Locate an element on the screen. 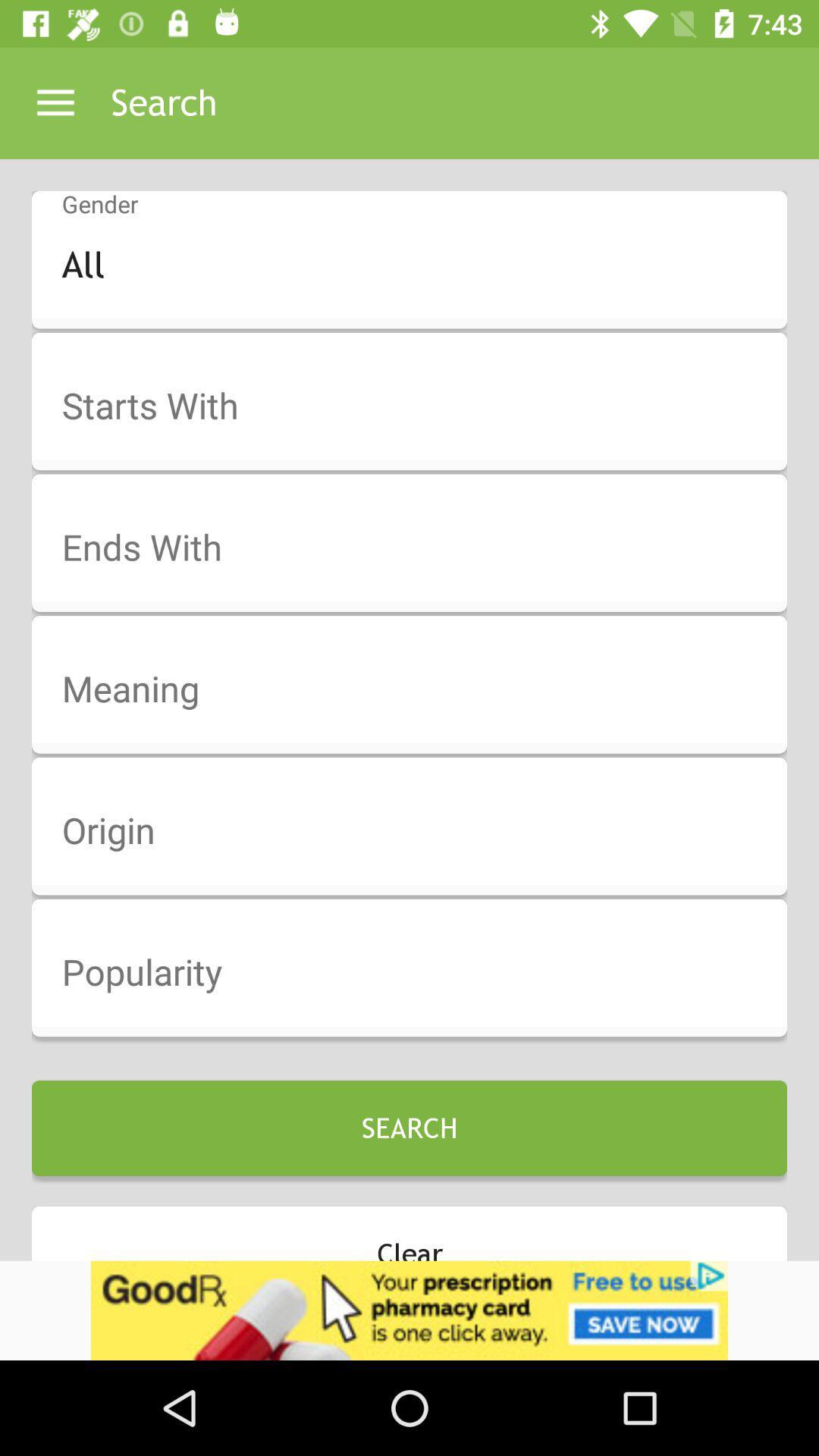 This screenshot has width=819, height=1456. staets with box is located at coordinates (419, 406).